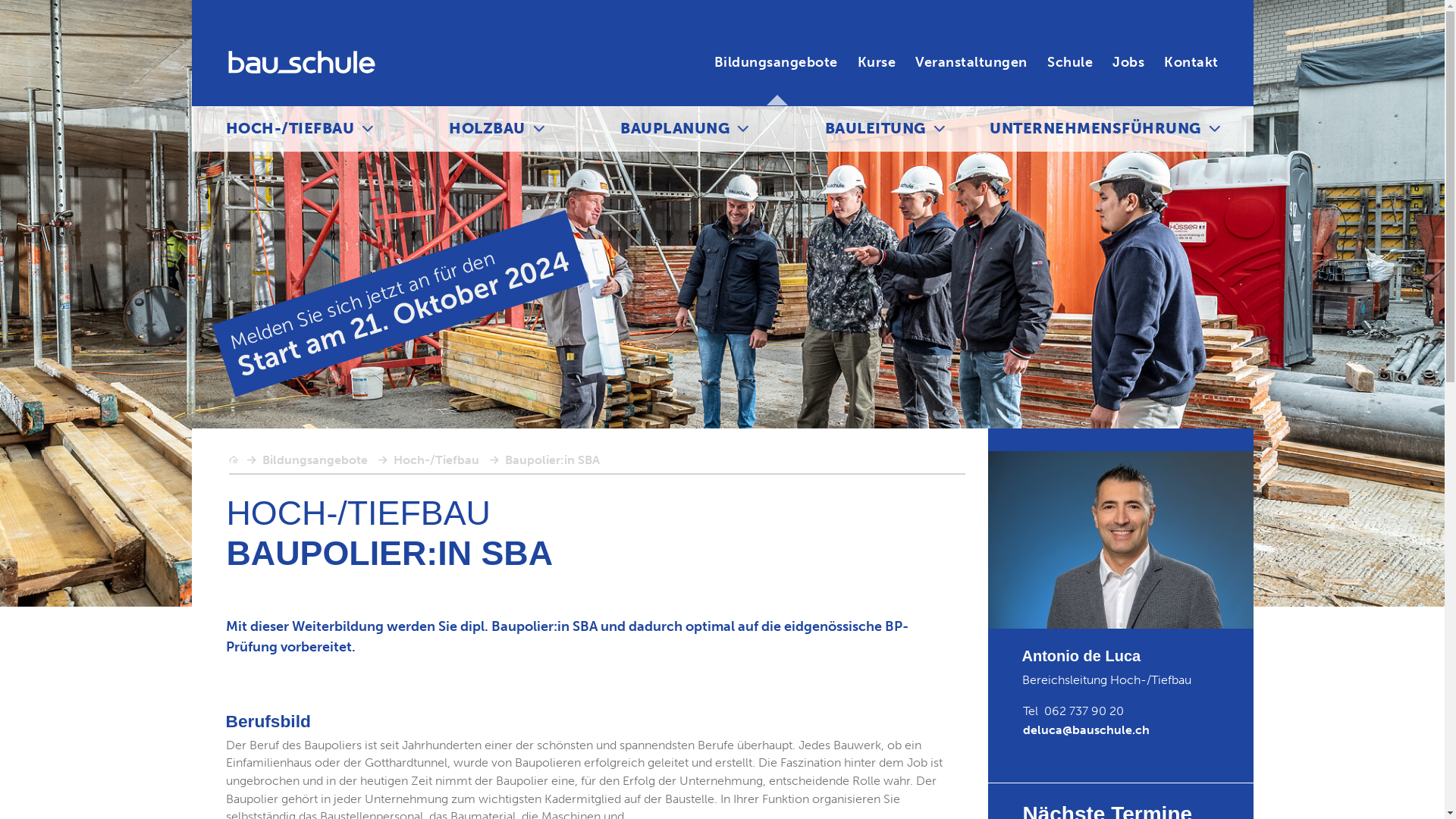 This screenshot has height=819, width=1456. Describe the element at coordinates (487, 127) in the screenshot. I see `'HOLZBAU'` at that location.